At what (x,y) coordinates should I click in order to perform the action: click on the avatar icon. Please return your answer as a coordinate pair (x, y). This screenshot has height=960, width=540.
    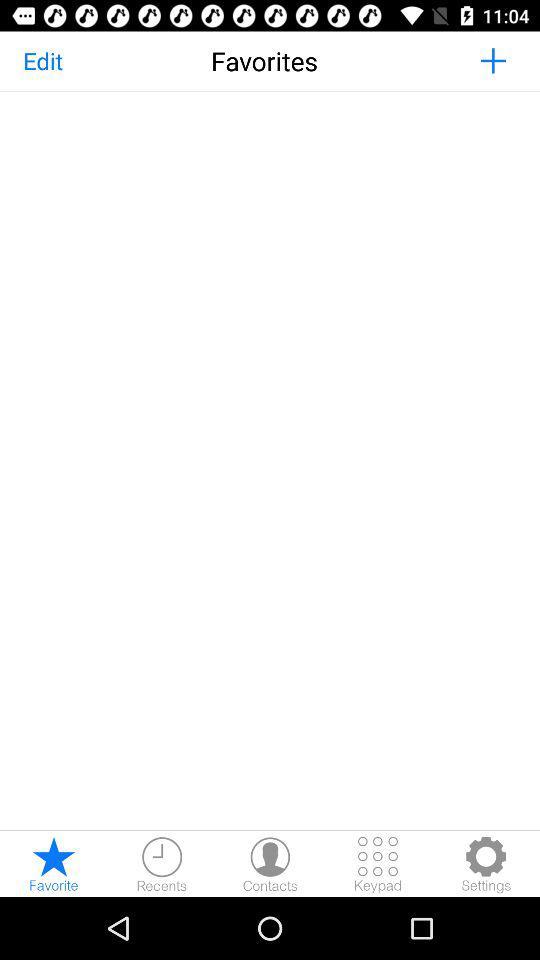
    Looking at the image, I should click on (270, 863).